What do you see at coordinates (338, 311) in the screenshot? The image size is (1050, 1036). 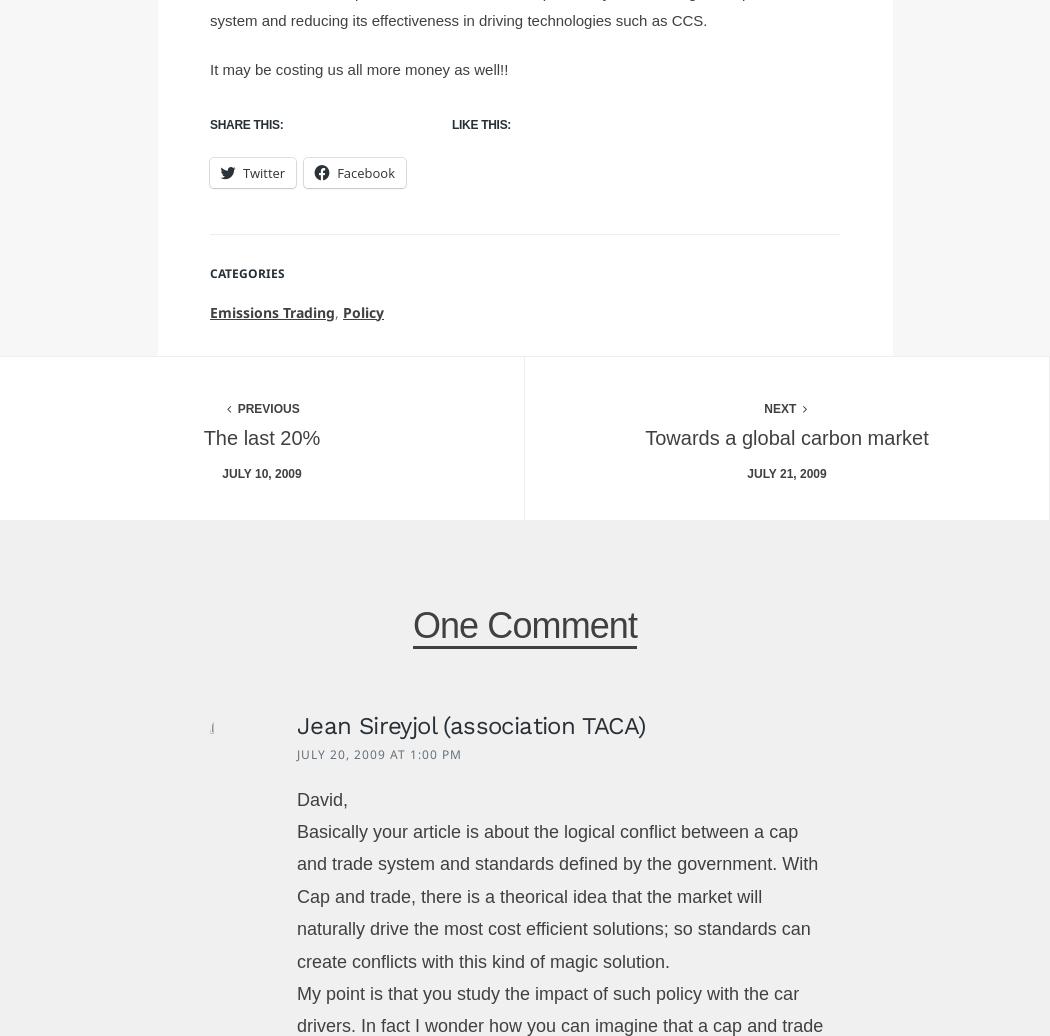 I see `','` at bounding box center [338, 311].